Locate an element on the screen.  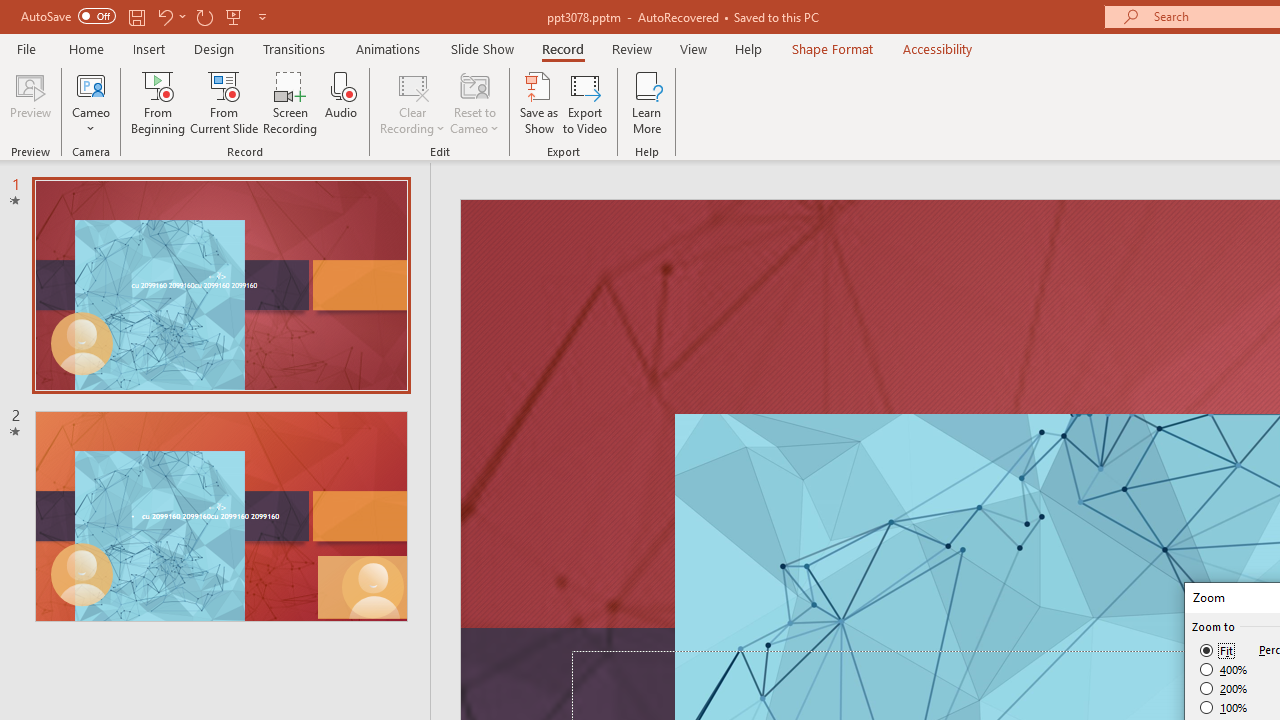
'Export to Video' is located at coordinates (584, 103).